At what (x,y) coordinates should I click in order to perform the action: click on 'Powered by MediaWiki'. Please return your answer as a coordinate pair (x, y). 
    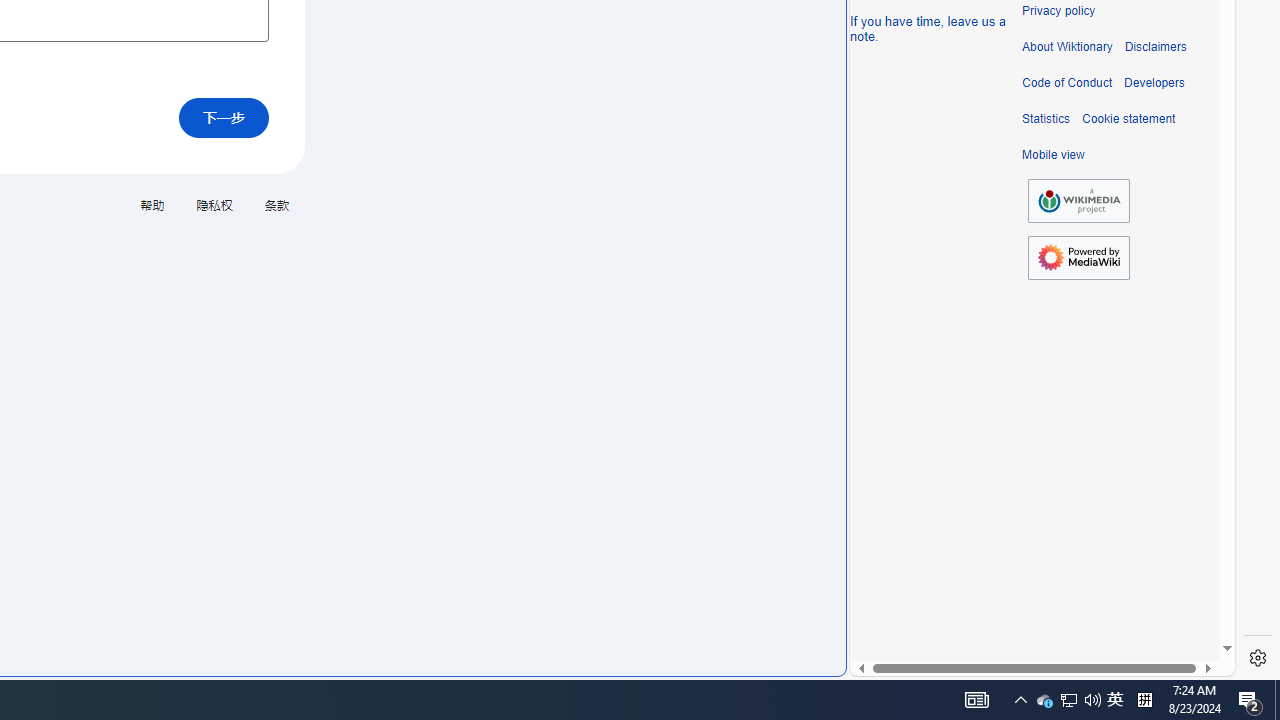
    Looking at the image, I should click on (1078, 256).